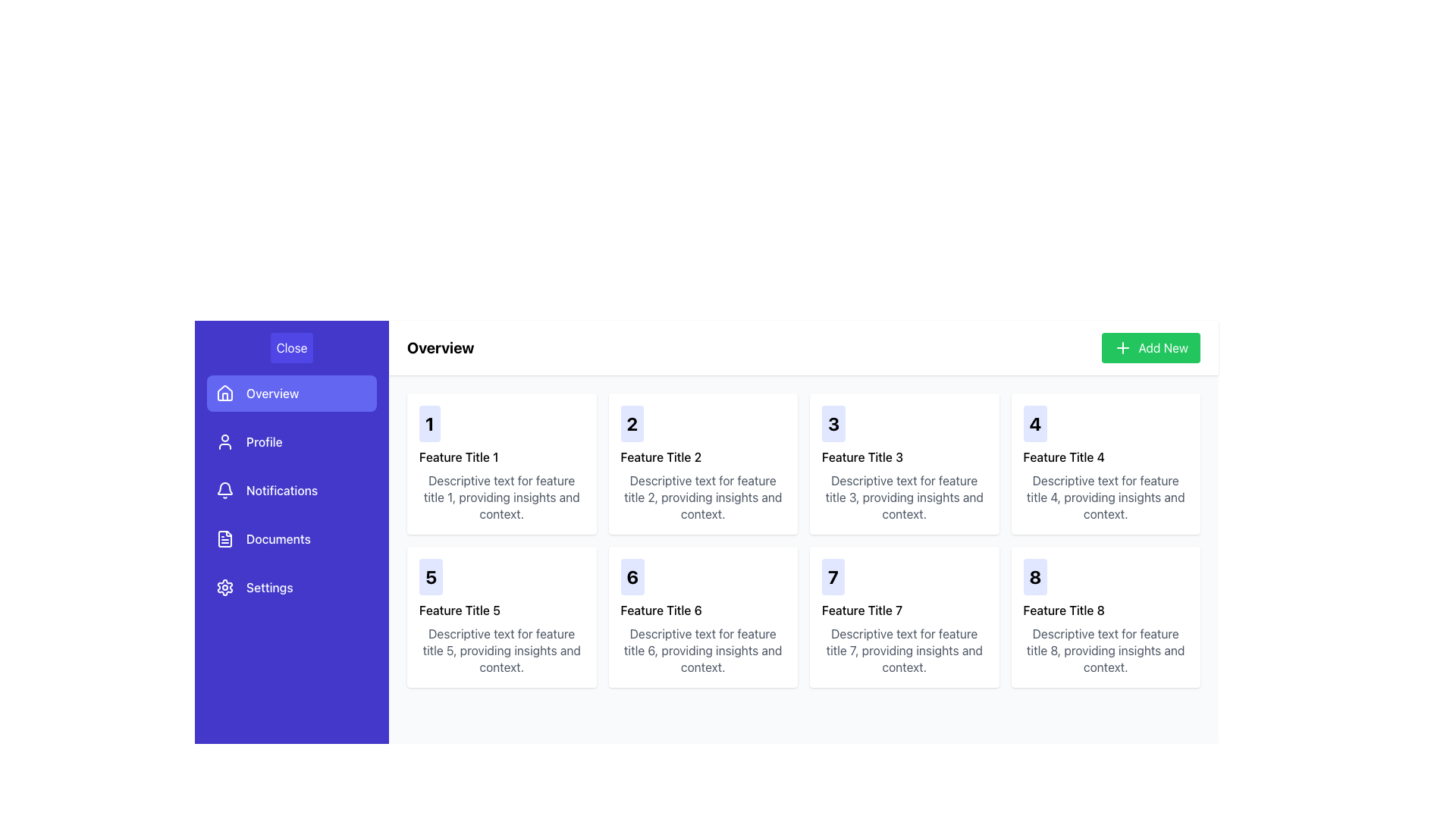  What do you see at coordinates (904, 649) in the screenshot?
I see `descriptive text located directly below the heading 'Feature Title 7' in the card layout for the seventh feature` at bounding box center [904, 649].